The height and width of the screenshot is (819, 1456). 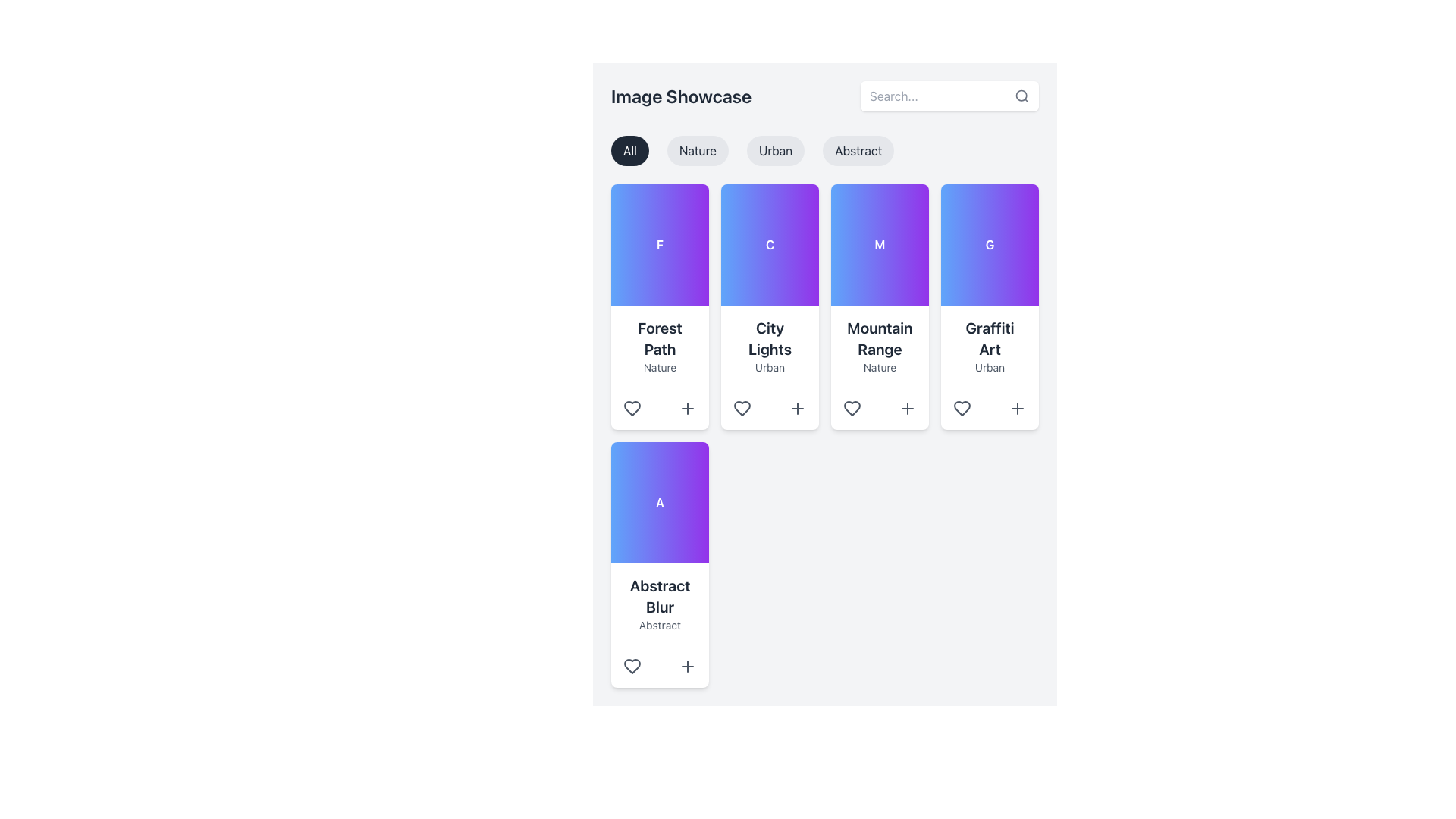 What do you see at coordinates (796, 408) in the screenshot?
I see `the interactive button located at the bottom-right area of the 'City Lights' card` at bounding box center [796, 408].